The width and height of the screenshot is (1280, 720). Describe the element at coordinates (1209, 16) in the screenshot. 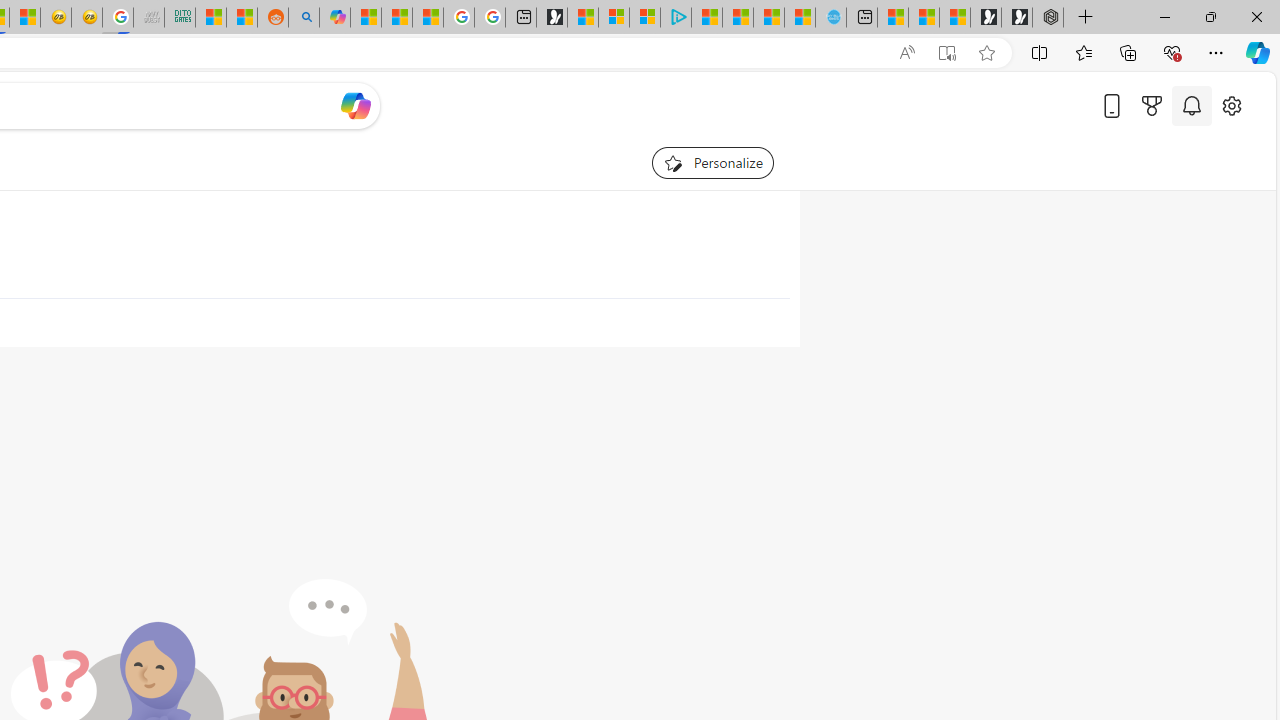

I see `'Restore'` at that location.